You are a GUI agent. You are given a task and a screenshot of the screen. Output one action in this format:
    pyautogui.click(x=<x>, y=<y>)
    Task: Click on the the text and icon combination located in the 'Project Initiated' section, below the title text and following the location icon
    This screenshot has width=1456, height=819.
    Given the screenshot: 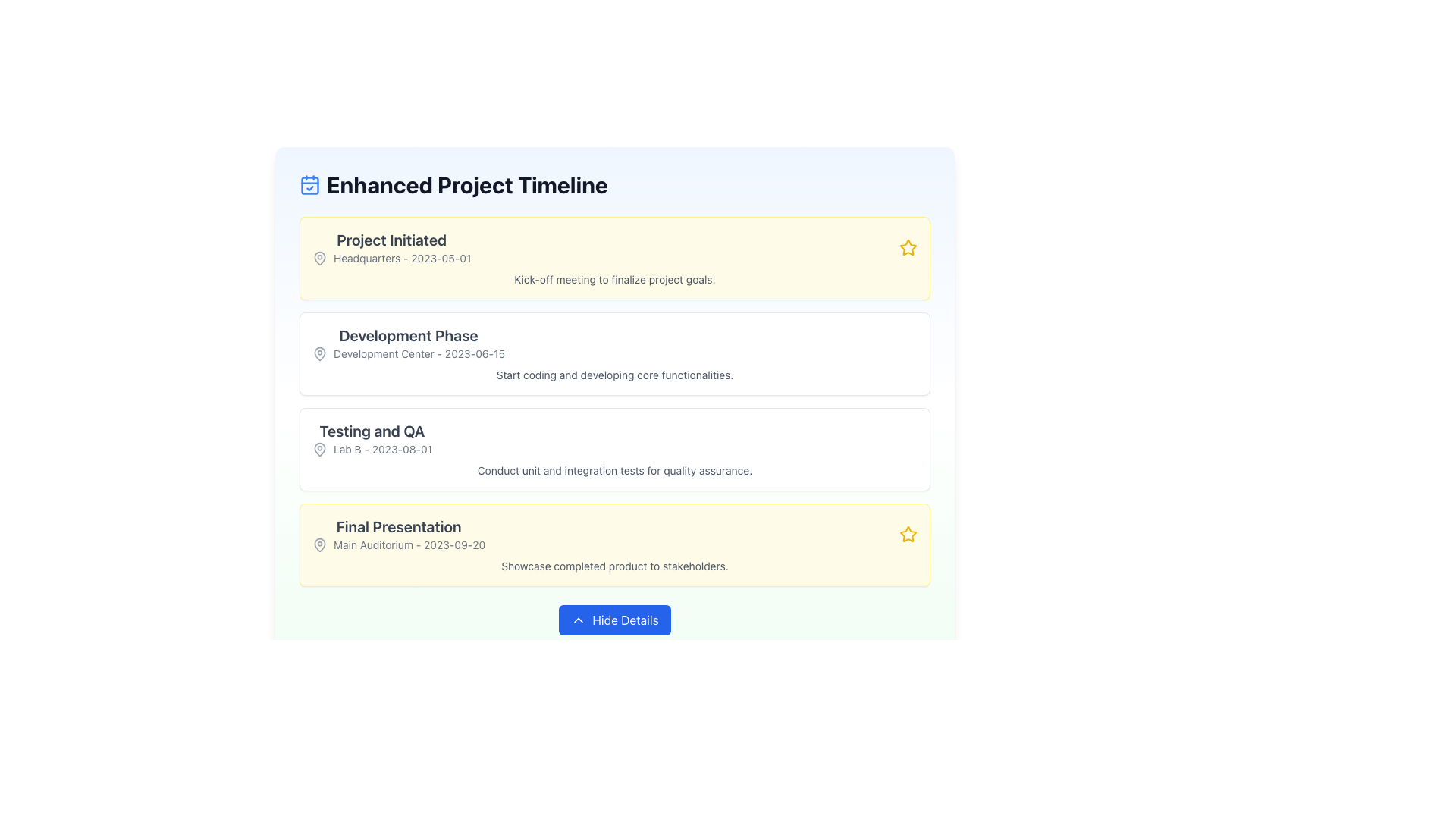 What is the action you would take?
    pyautogui.click(x=391, y=257)
    